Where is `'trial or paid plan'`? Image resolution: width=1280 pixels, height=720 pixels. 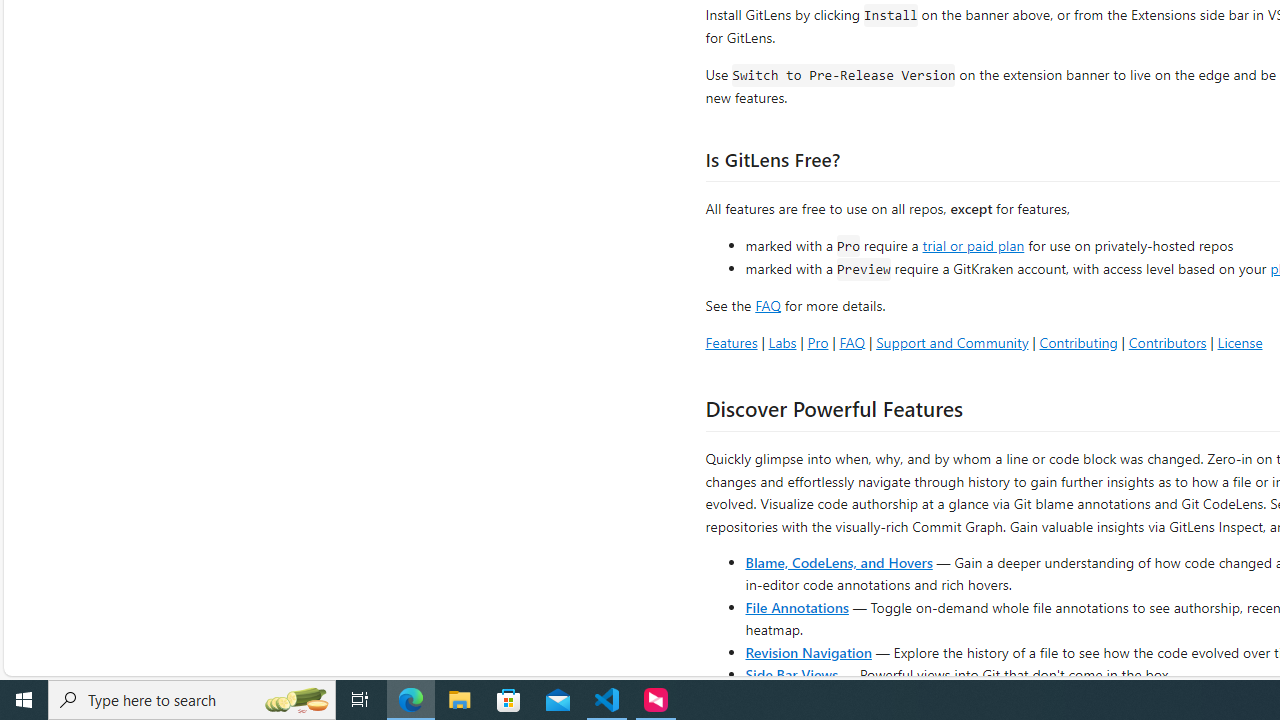
'trial or paid plan' is located at coordinates (973, 243).